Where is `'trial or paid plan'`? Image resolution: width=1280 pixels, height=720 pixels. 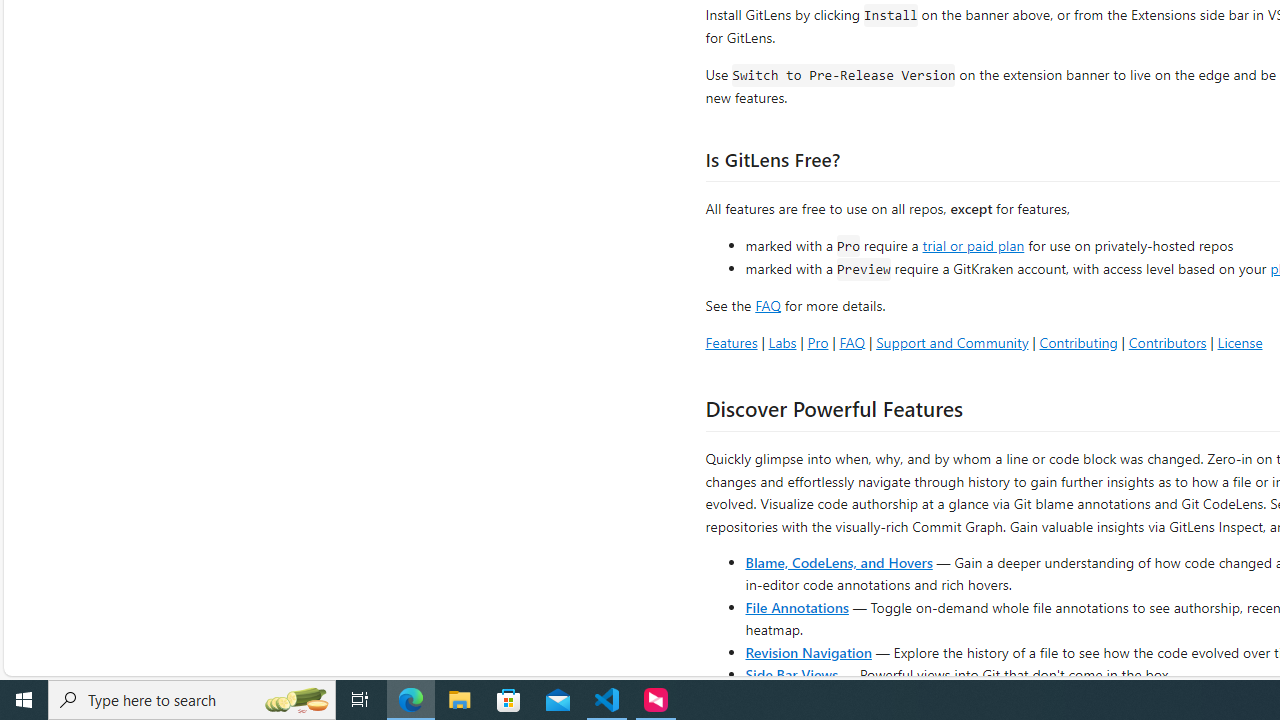
'trial or paid plan' is located at coordinates (973, 243).